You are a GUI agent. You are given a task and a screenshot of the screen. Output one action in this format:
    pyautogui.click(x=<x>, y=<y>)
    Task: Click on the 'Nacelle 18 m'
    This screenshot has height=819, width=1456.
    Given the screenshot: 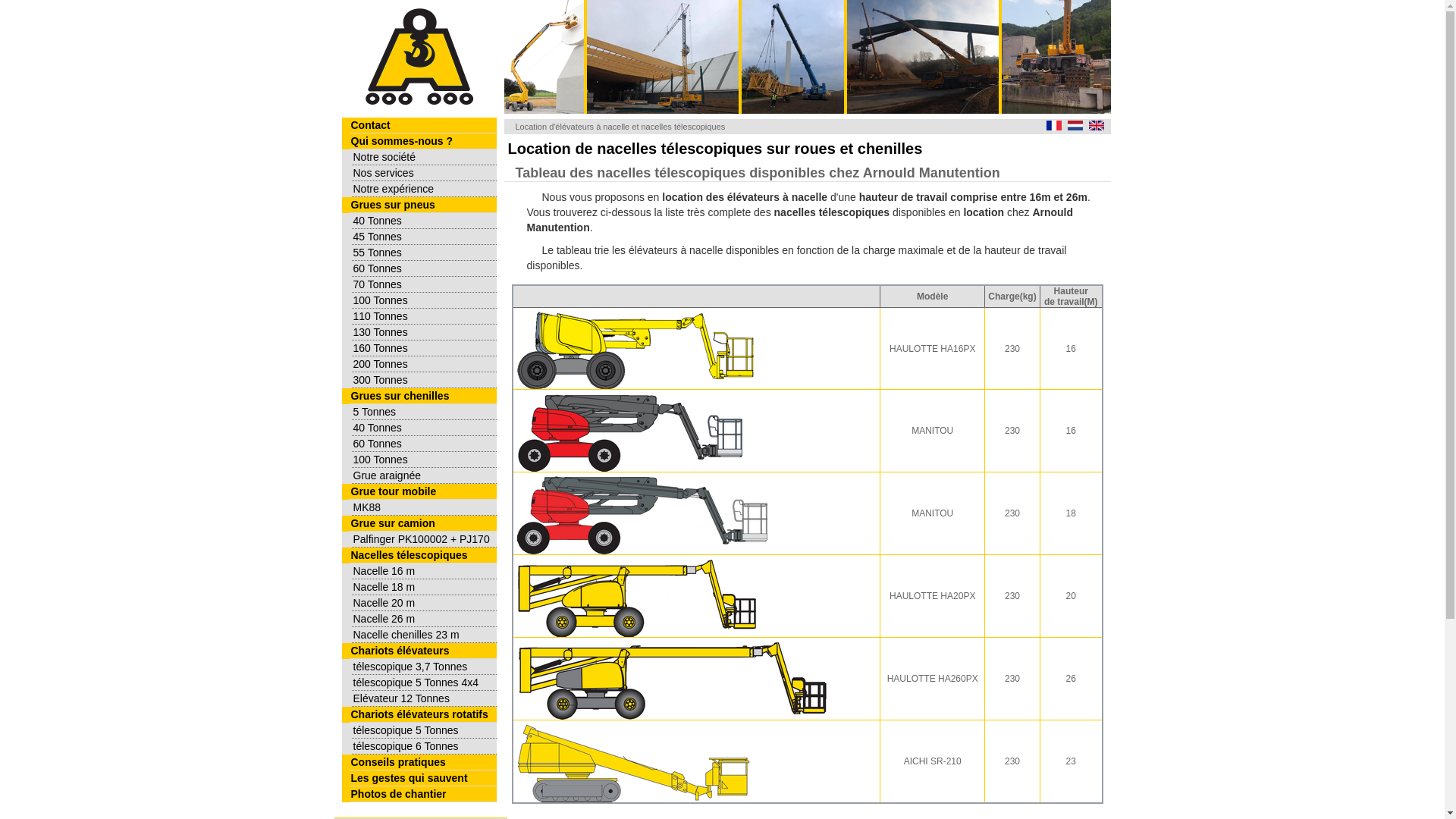 What is the action you would take?
    pyautogui.click(x=351, y=586)
    